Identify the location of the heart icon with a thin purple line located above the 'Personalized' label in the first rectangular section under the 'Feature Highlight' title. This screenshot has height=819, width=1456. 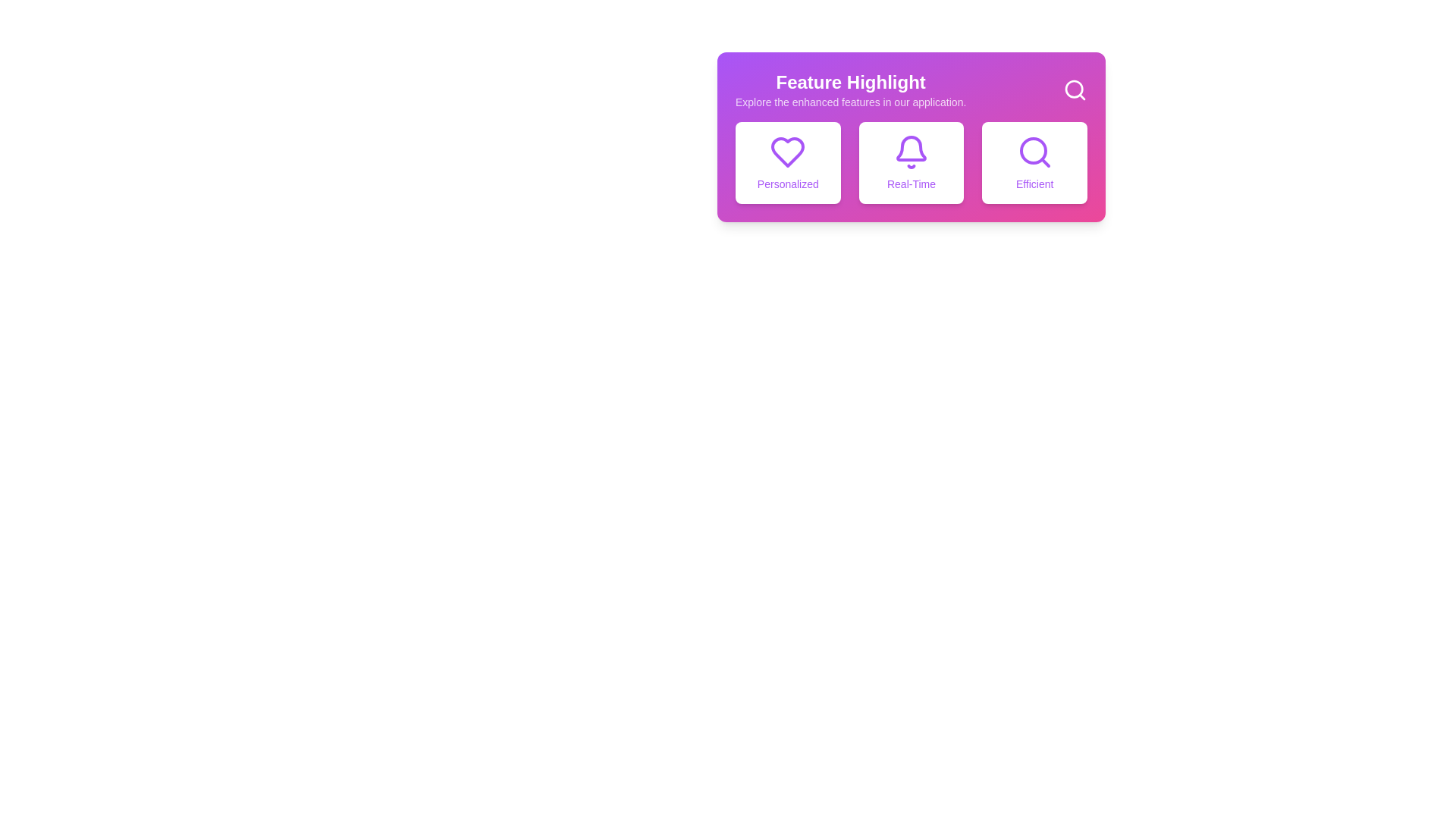
(788, 152).